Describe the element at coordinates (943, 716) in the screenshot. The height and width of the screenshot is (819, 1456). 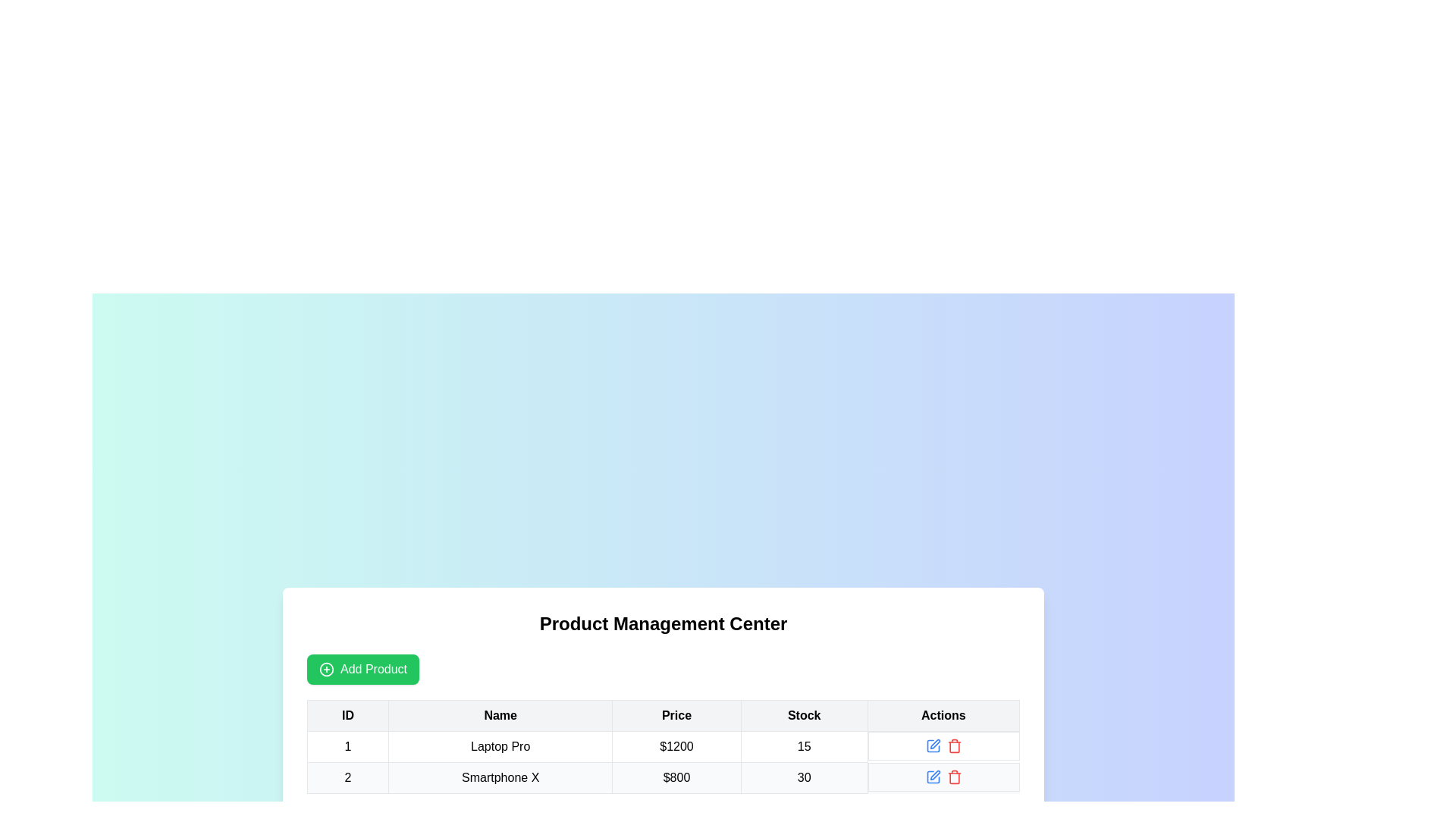
I see `the Table Header Cell located in the last column of the table, which contains action buttons or links for each row, positioned at the upper-right corner after the columns labeled 'ID', 'Name', 'Price', and 'Stock'` at that location.